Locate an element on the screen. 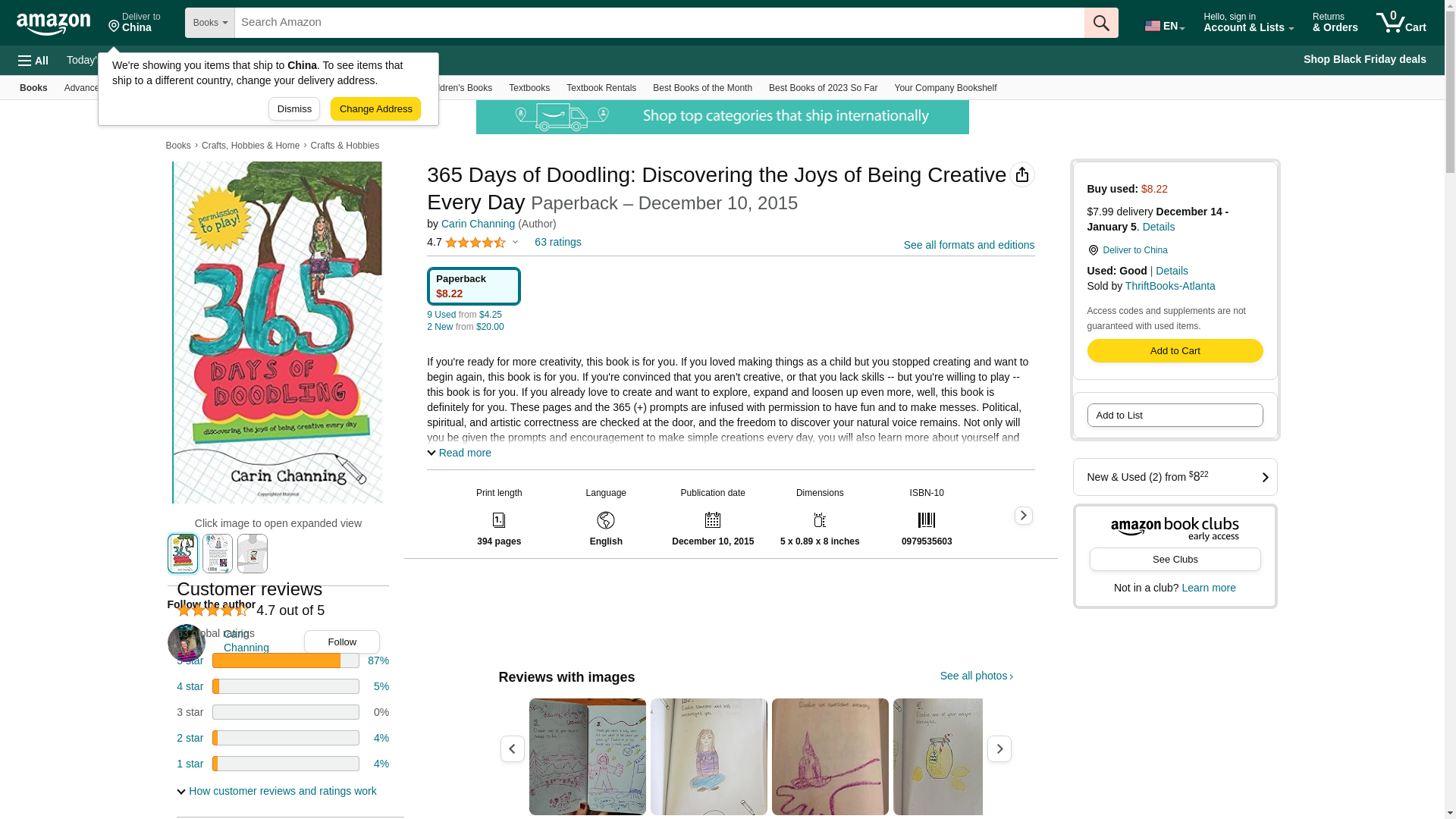 This screenshot has width=1456, height=819. '1 star' is located at coordinates (189, 763).